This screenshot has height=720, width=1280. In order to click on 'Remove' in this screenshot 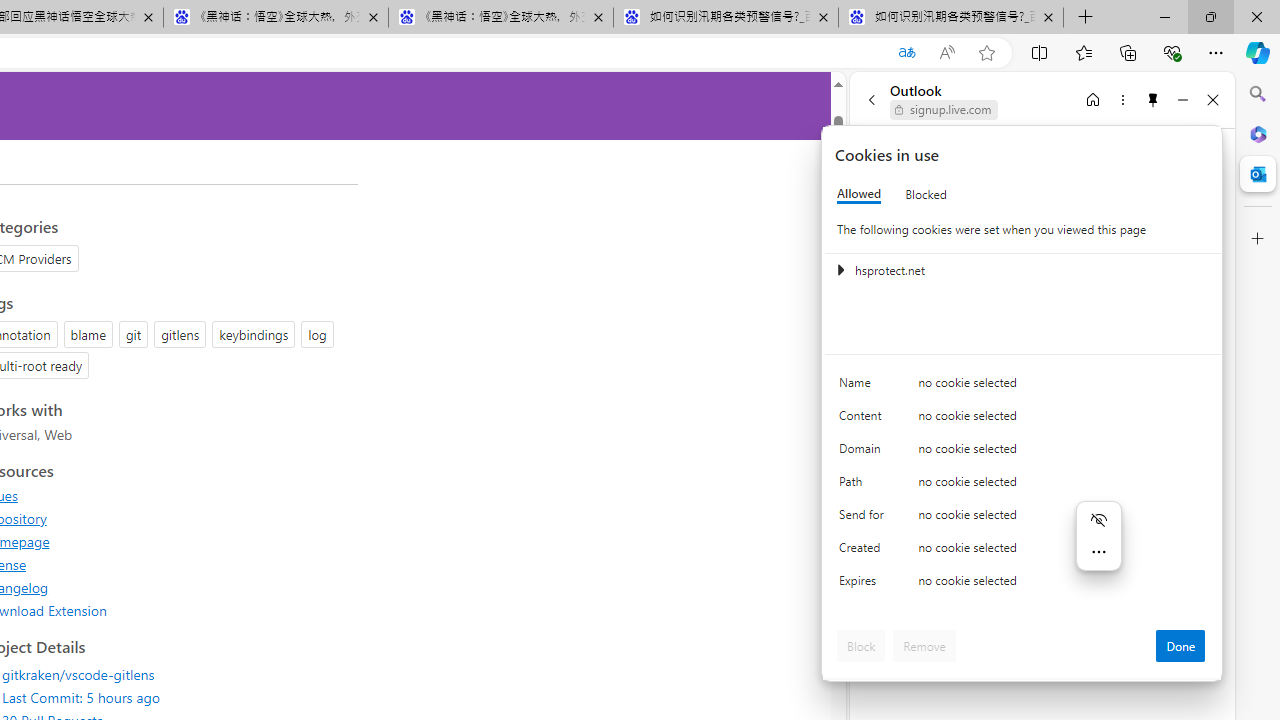, I will do `click(923, 645)`.